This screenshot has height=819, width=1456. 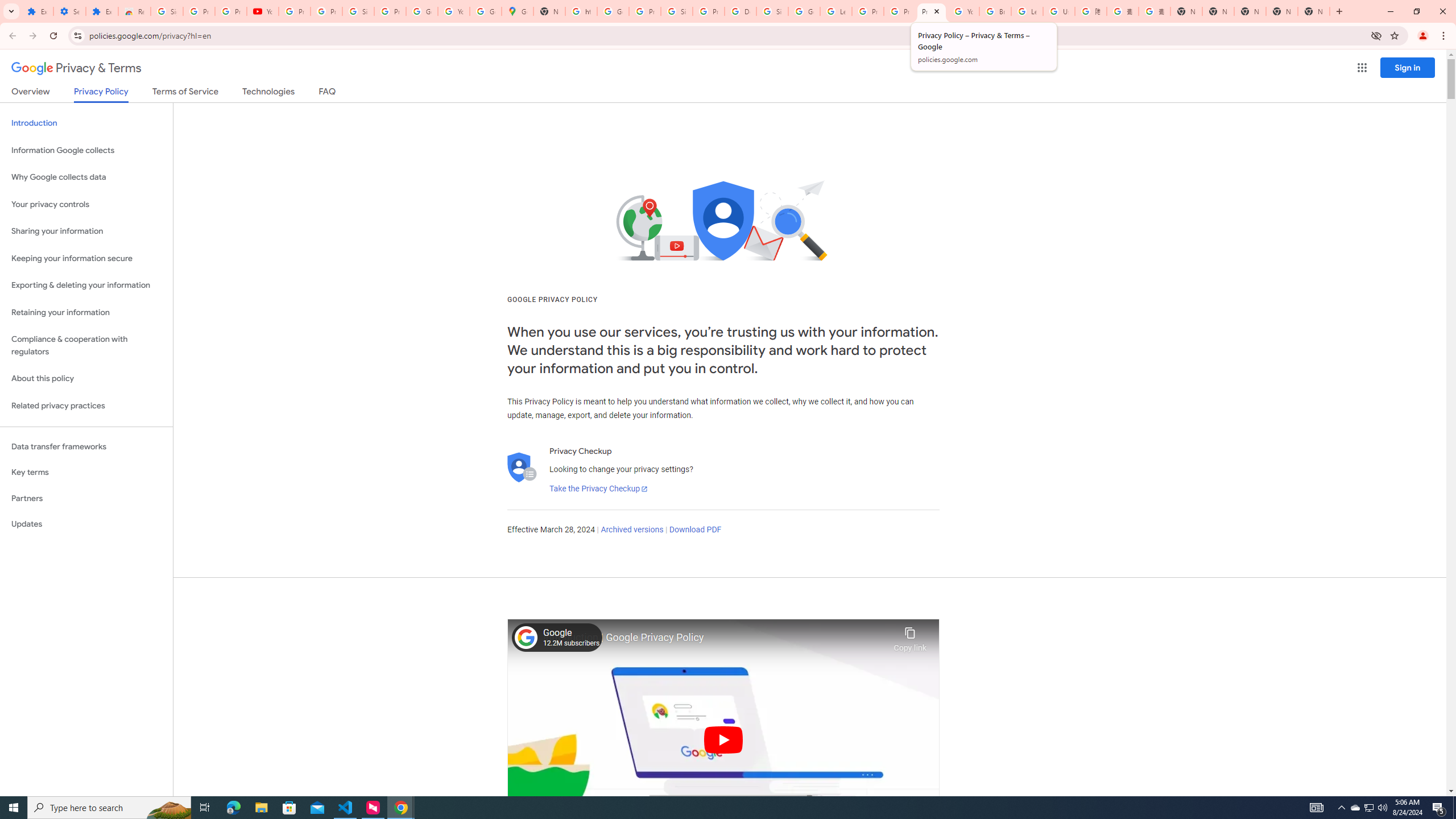 What do you see at coordinates (86, 523) in the screenshot?
I see `'Updates'` at bounding box center [86, 523].